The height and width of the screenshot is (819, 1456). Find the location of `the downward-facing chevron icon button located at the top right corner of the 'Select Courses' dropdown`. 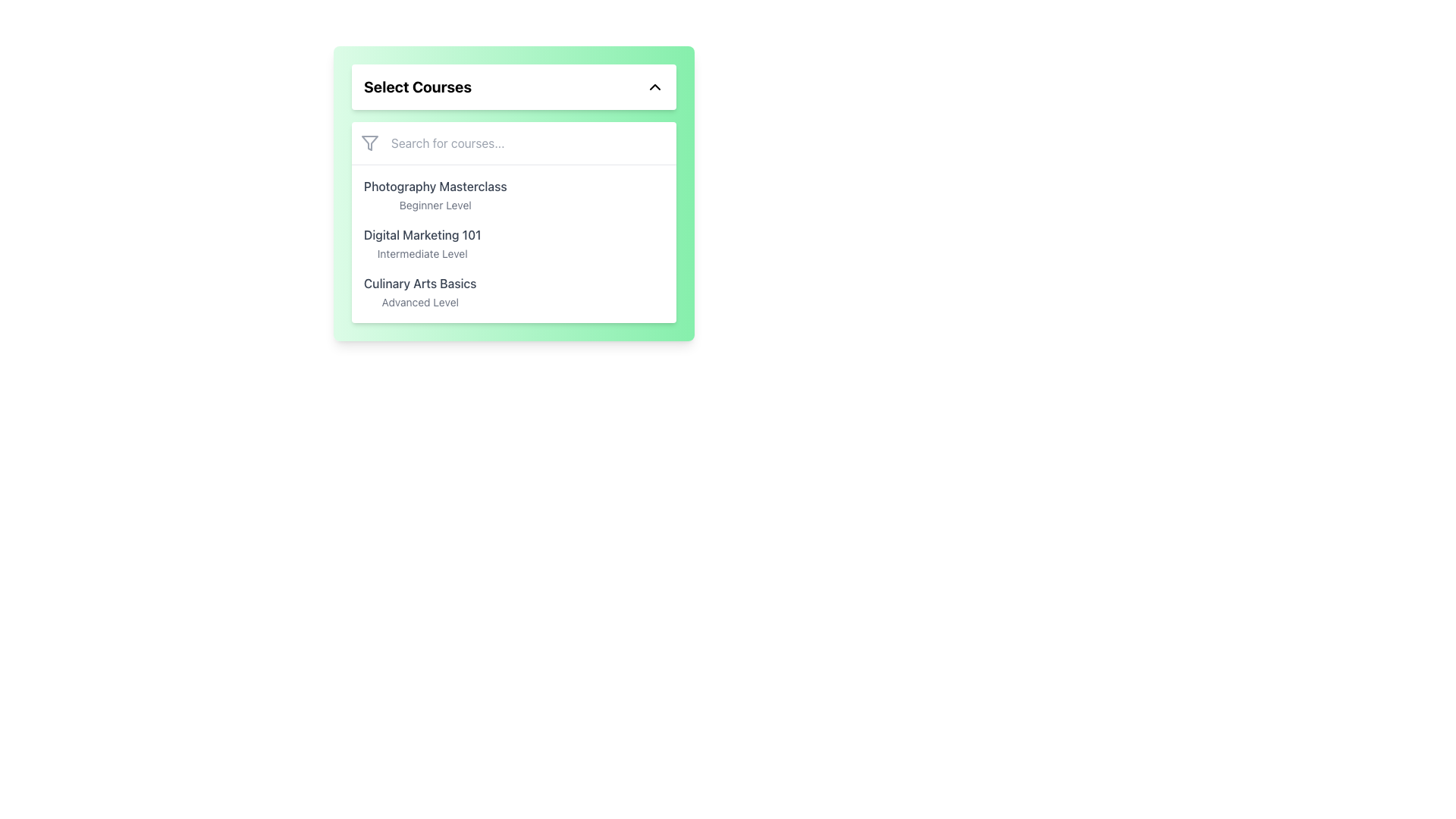

the downward-facing chevron icon button located at the top right corner of the 'Select Courses' dropdown is located at coordinates (655, 87).